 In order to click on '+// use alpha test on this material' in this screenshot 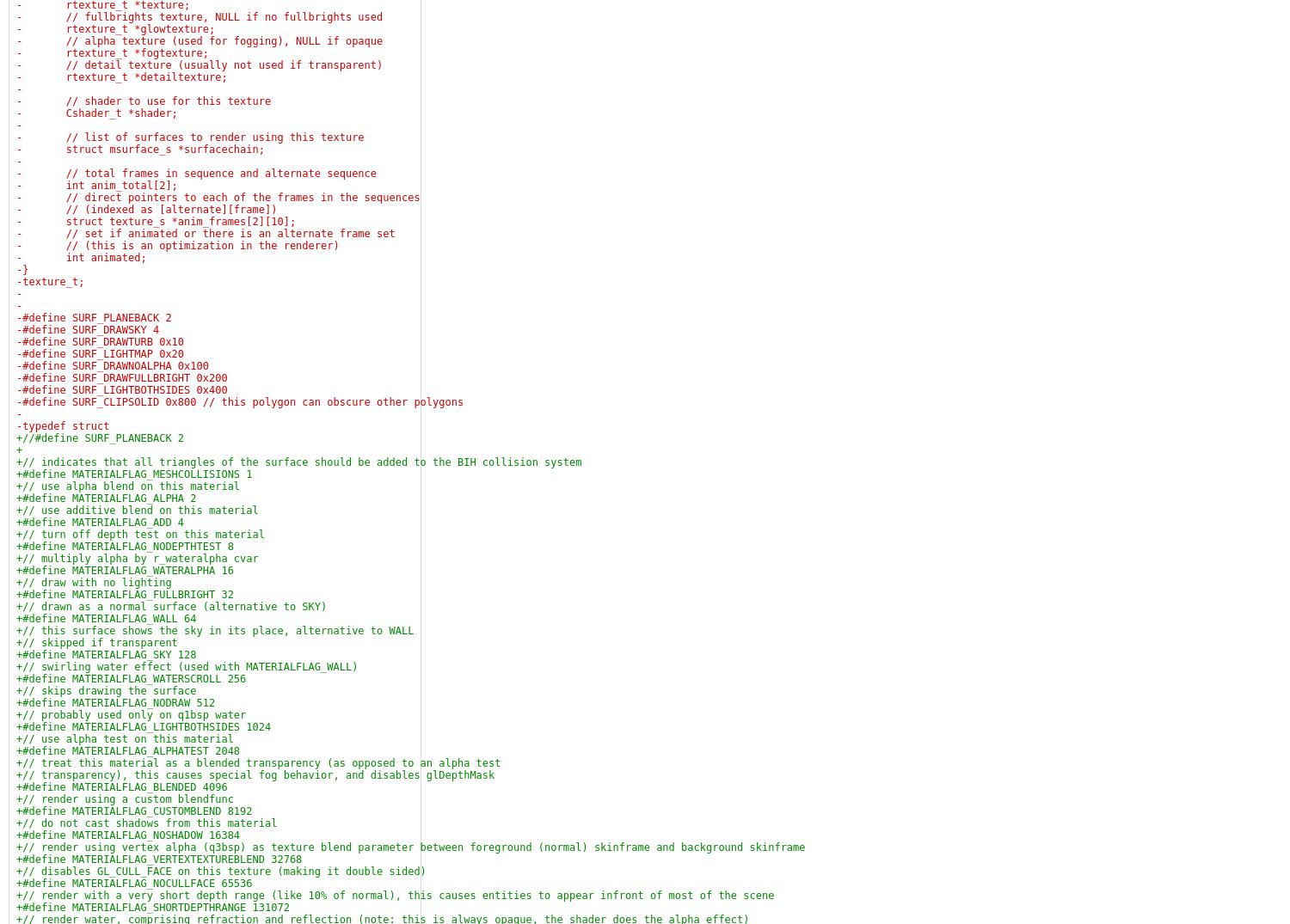, I will do `click(125, 739)`.